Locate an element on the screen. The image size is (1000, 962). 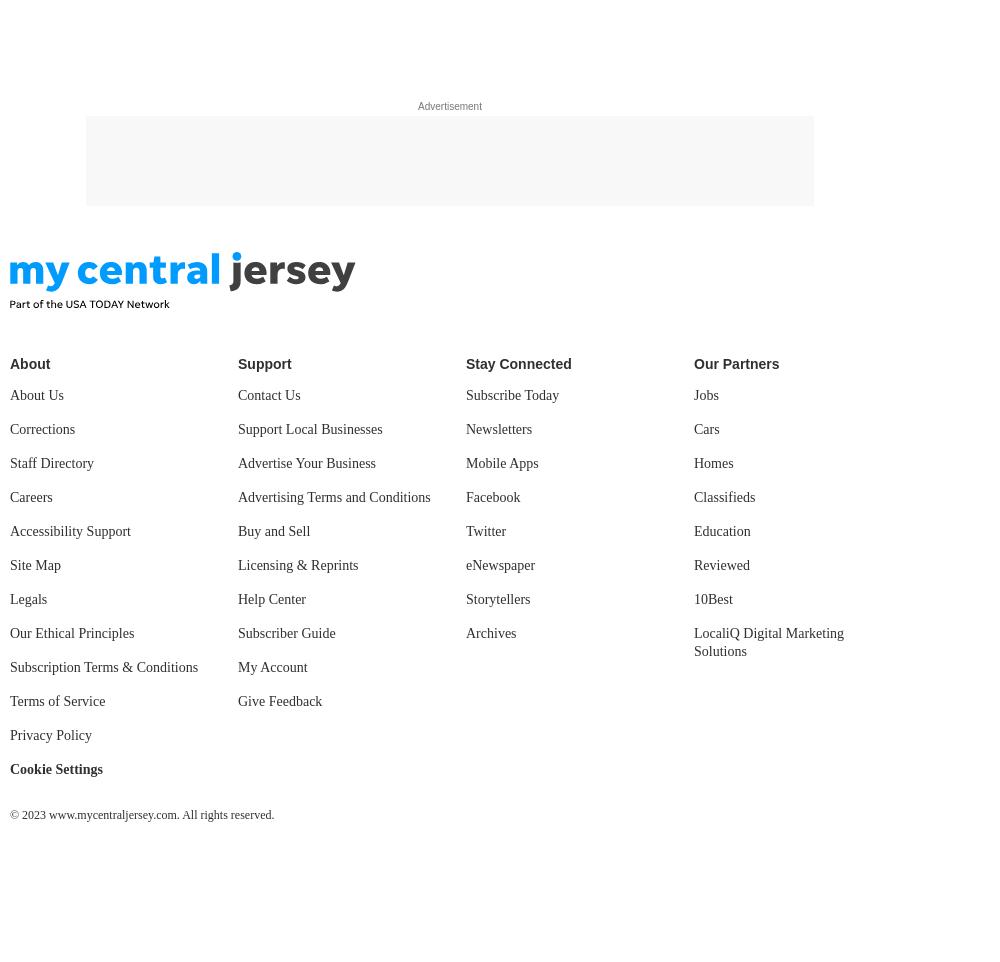
'Reviewed' is located at coordinates (720, 565).